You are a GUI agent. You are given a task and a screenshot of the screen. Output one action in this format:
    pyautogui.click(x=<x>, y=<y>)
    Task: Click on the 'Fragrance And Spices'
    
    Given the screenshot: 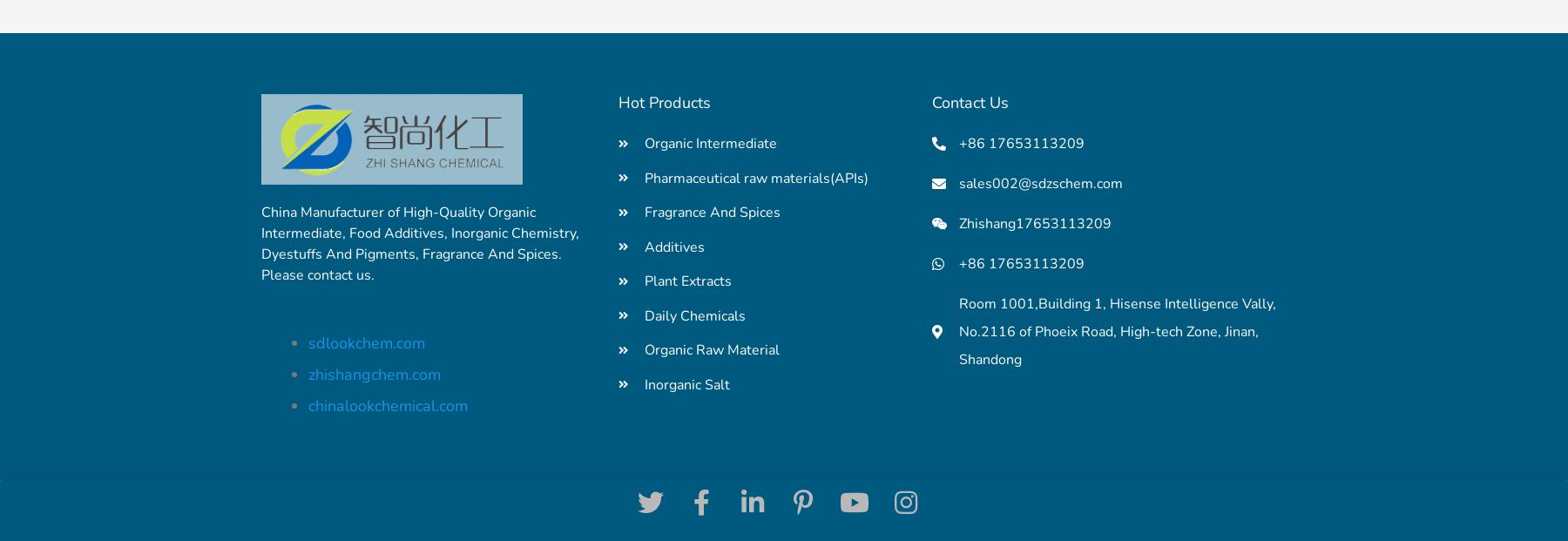 What is the action you would take?
    pyautogui.click(x=712, y=212)
    